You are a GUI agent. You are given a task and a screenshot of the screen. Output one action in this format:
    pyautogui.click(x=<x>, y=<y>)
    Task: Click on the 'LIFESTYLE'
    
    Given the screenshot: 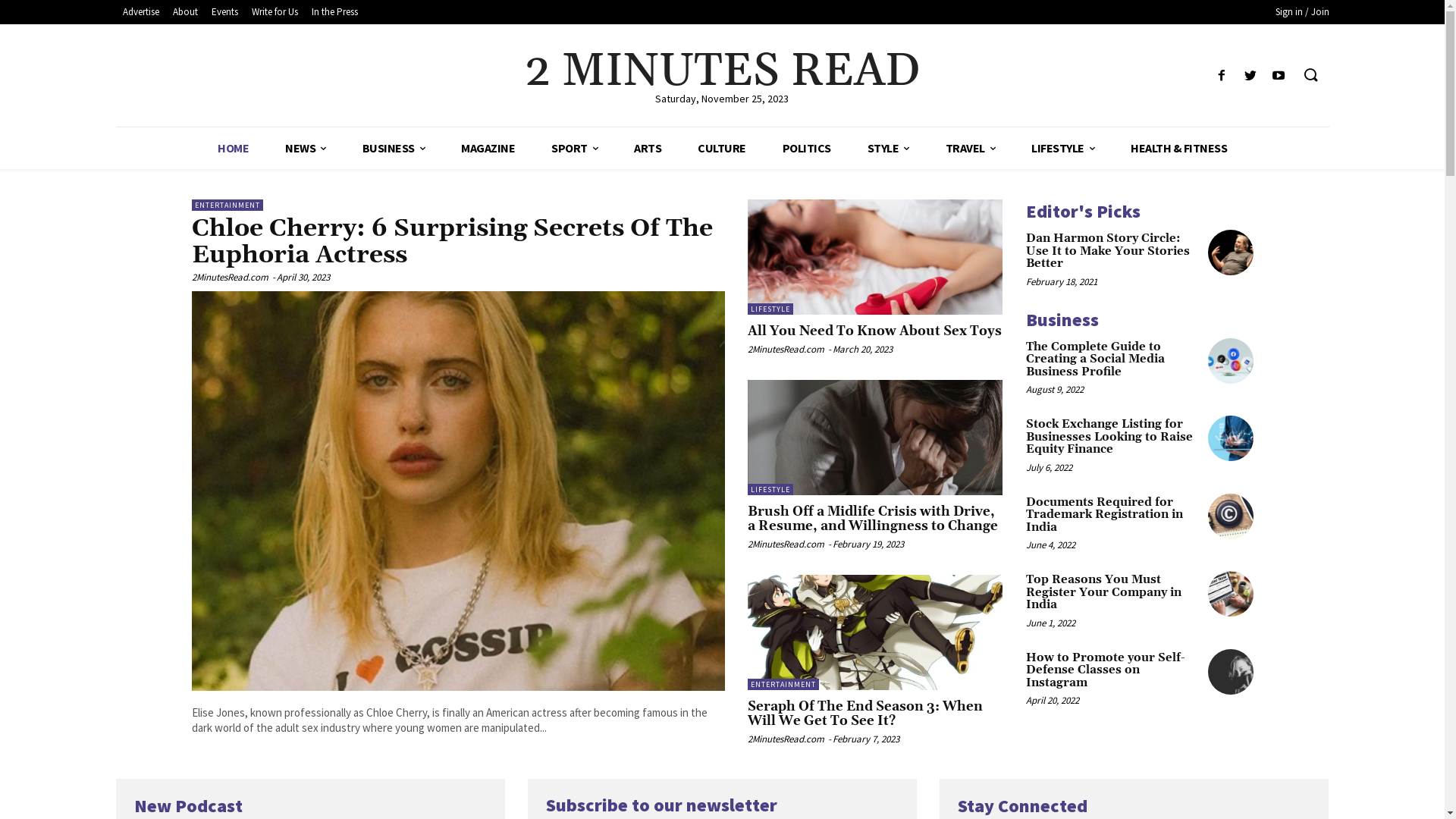 What is the action you would take?
    pyautogui.click(x=1062, y=148)
    